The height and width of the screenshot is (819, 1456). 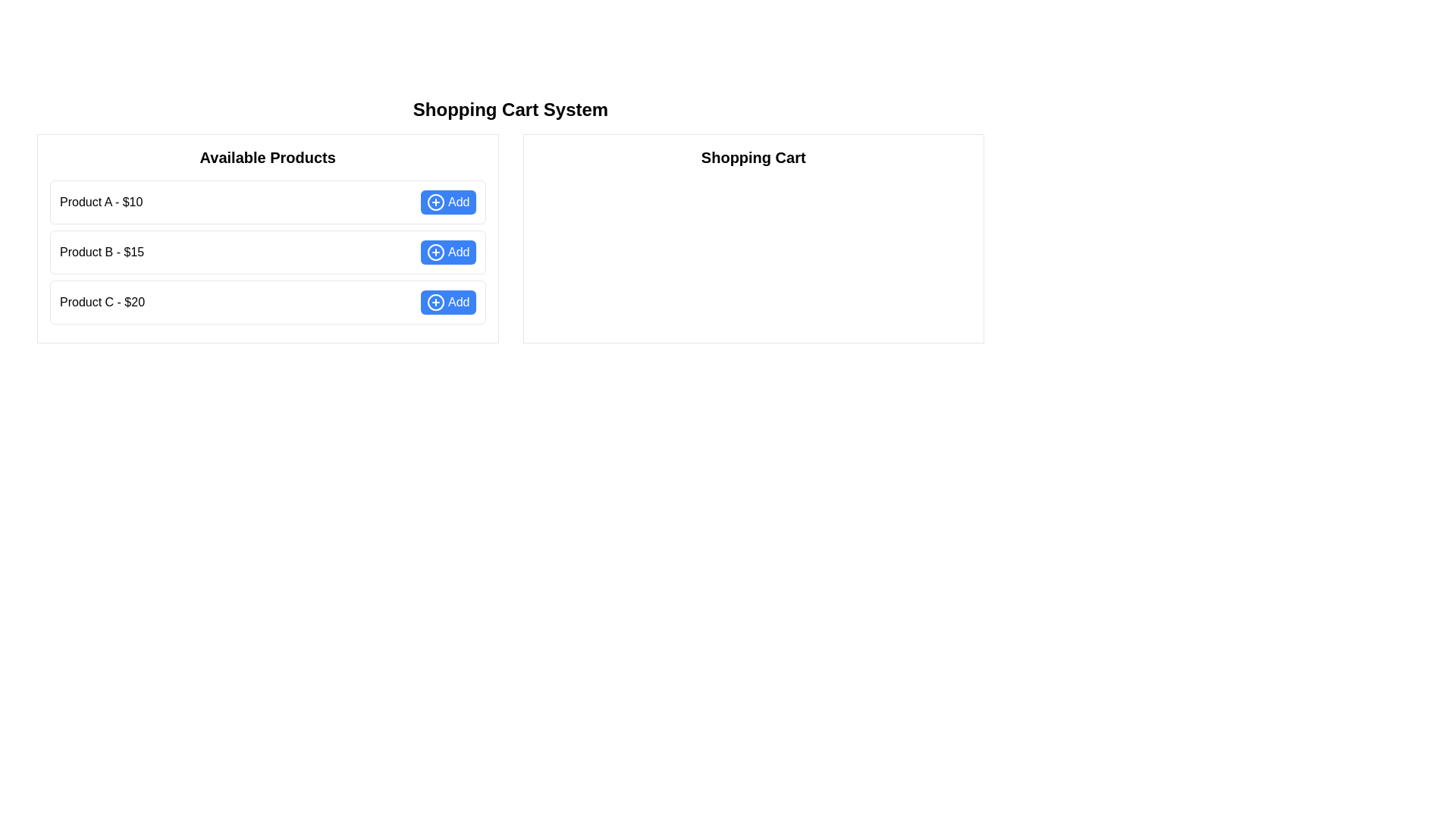 I want to click on the shopping cart display area located on the right side of the layout, so click(x=753, y=239).